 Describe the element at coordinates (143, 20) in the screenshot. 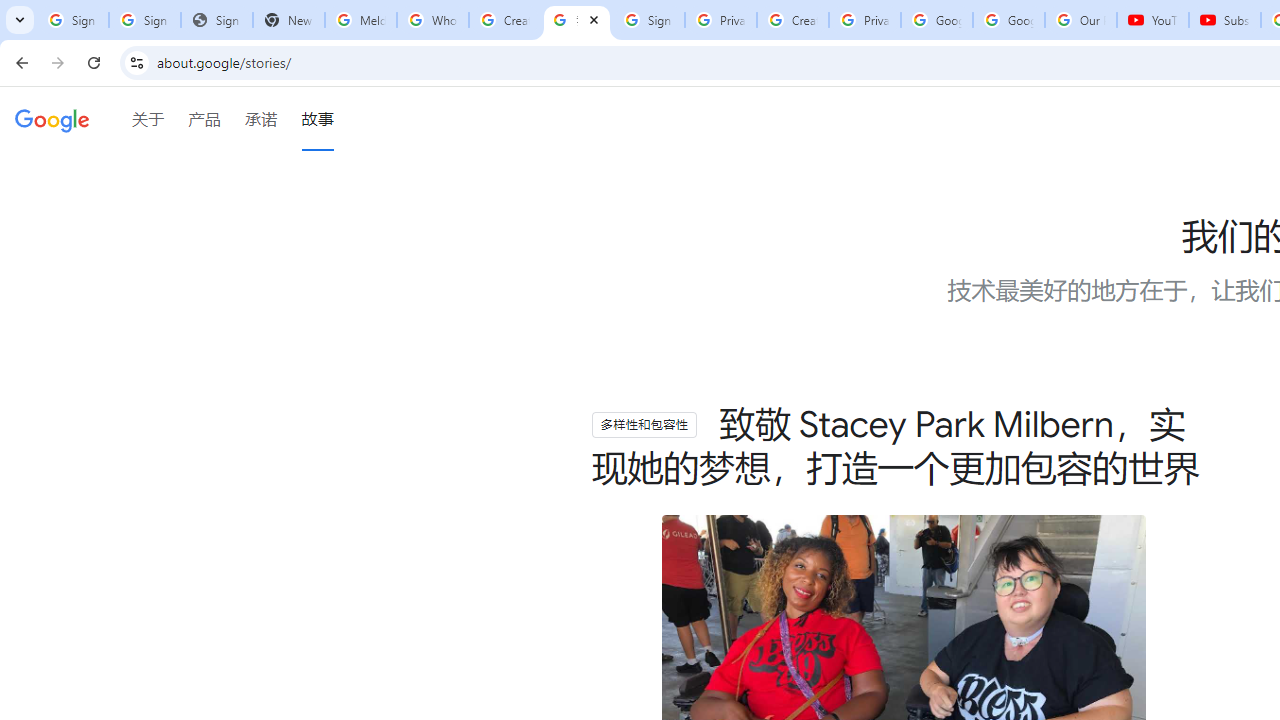

I see `'Sign in - Google Accounts'` at that location.